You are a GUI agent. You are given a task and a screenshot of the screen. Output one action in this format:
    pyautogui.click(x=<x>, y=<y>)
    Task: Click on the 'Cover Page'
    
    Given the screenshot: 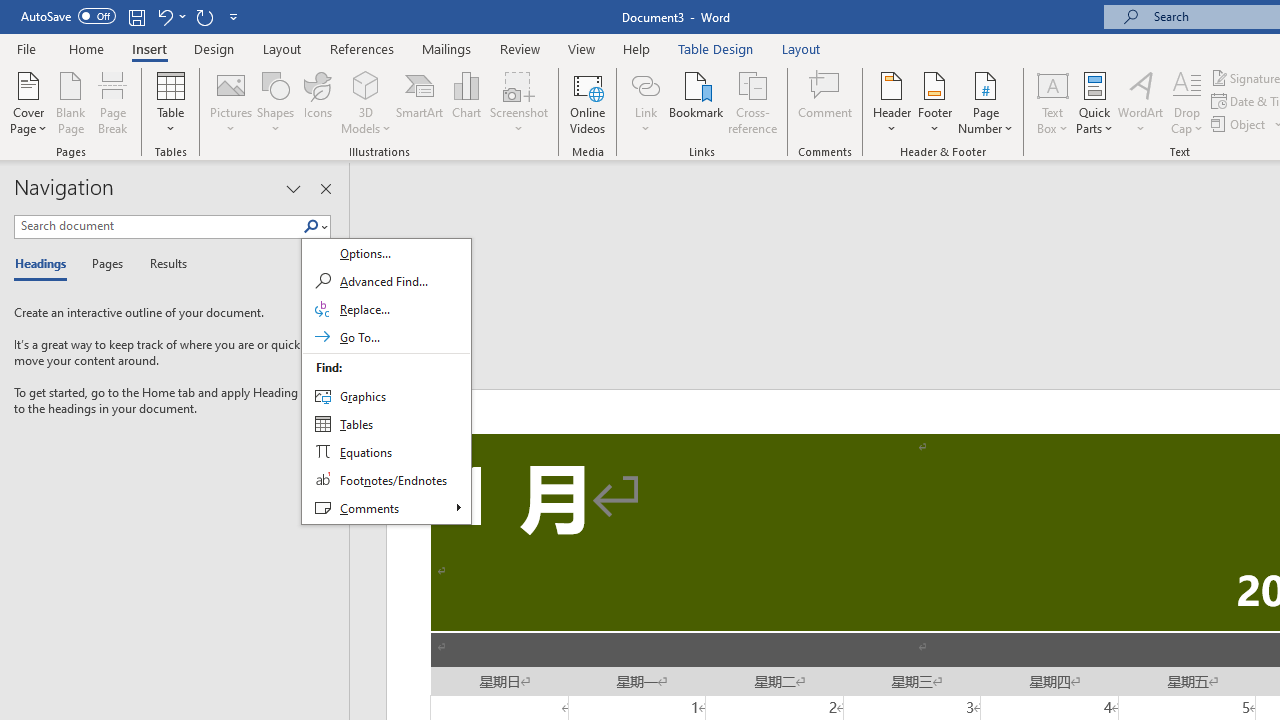 What is the action you would take?
    pyautogui.click(x=28, y=103)
    